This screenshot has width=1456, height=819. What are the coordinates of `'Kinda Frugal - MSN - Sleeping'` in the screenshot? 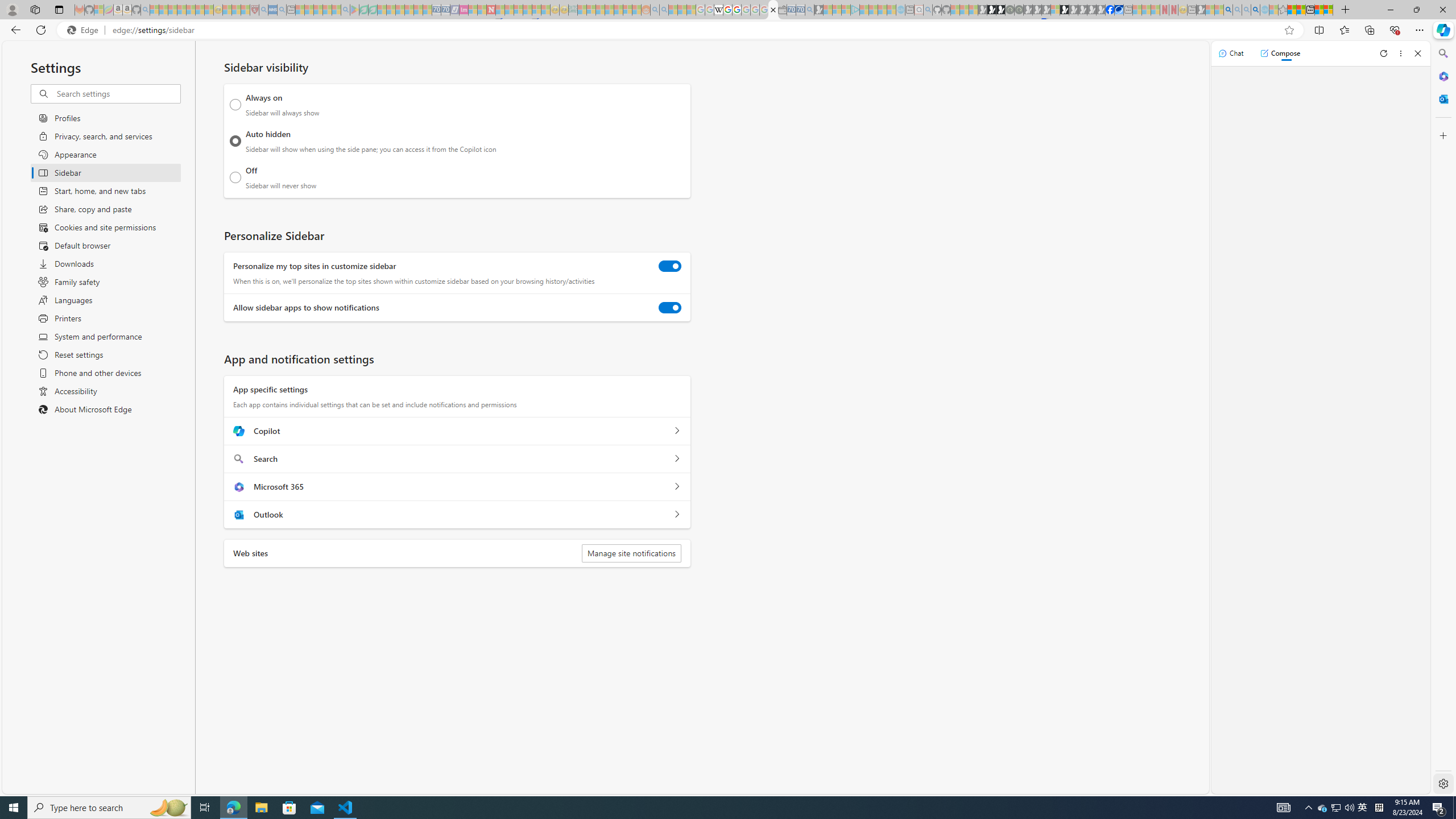 It's located at (617, 9).